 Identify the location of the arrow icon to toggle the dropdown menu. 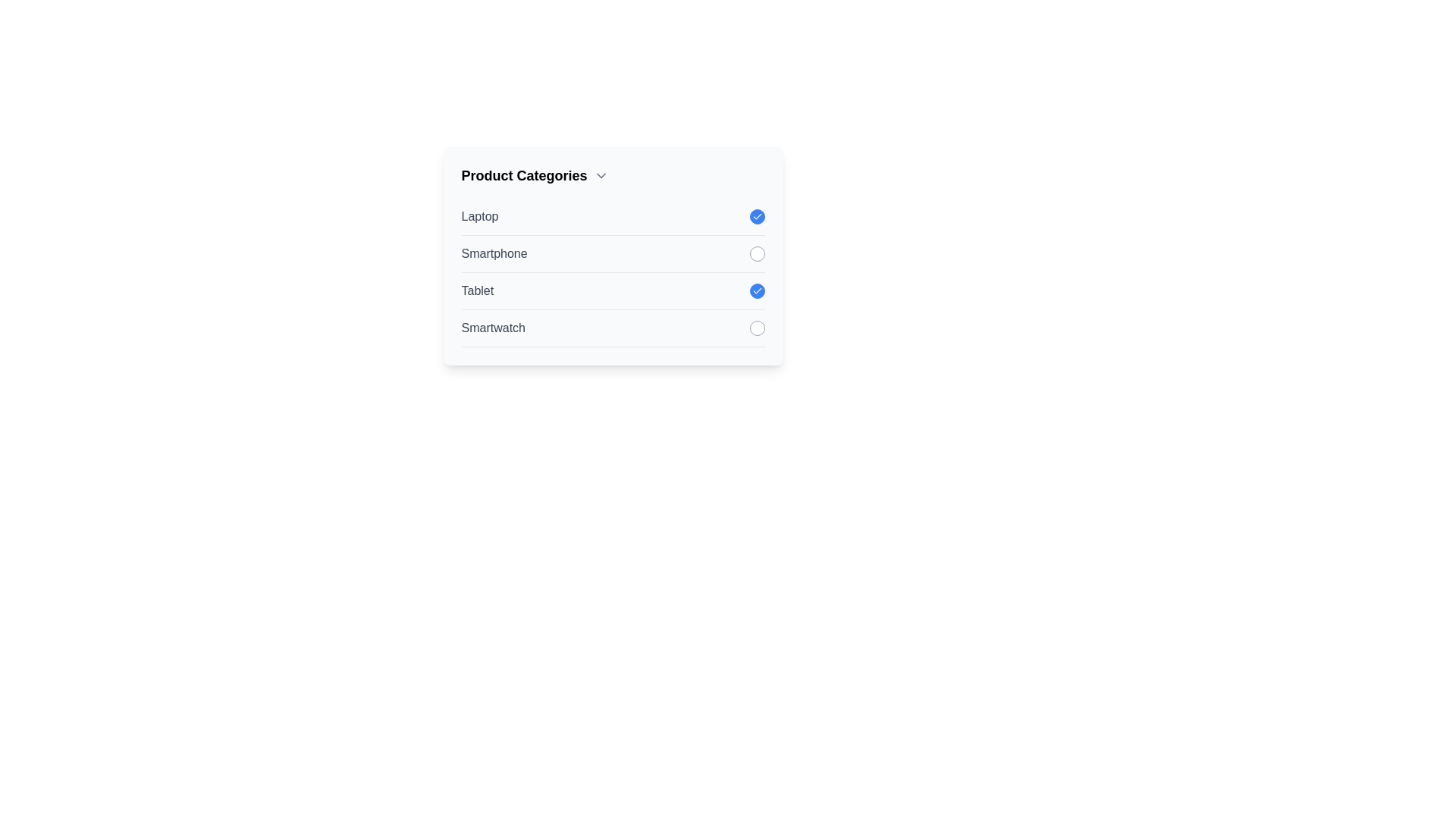
(600, 174).